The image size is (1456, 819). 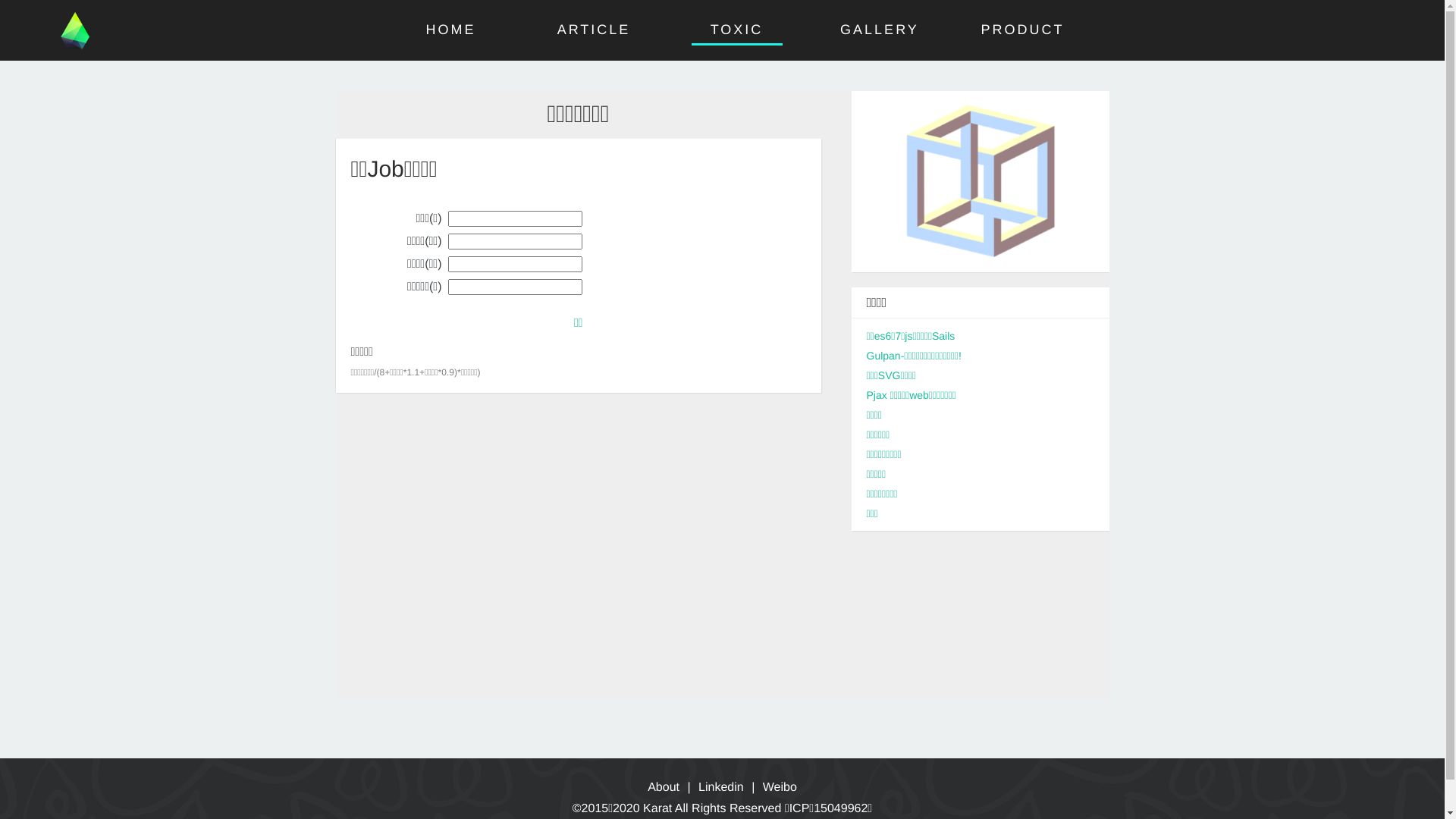 What do you see at coordinates (698, 786) in the screenshot?
I see `'Linkedin'` at bounding box center [698, 786].